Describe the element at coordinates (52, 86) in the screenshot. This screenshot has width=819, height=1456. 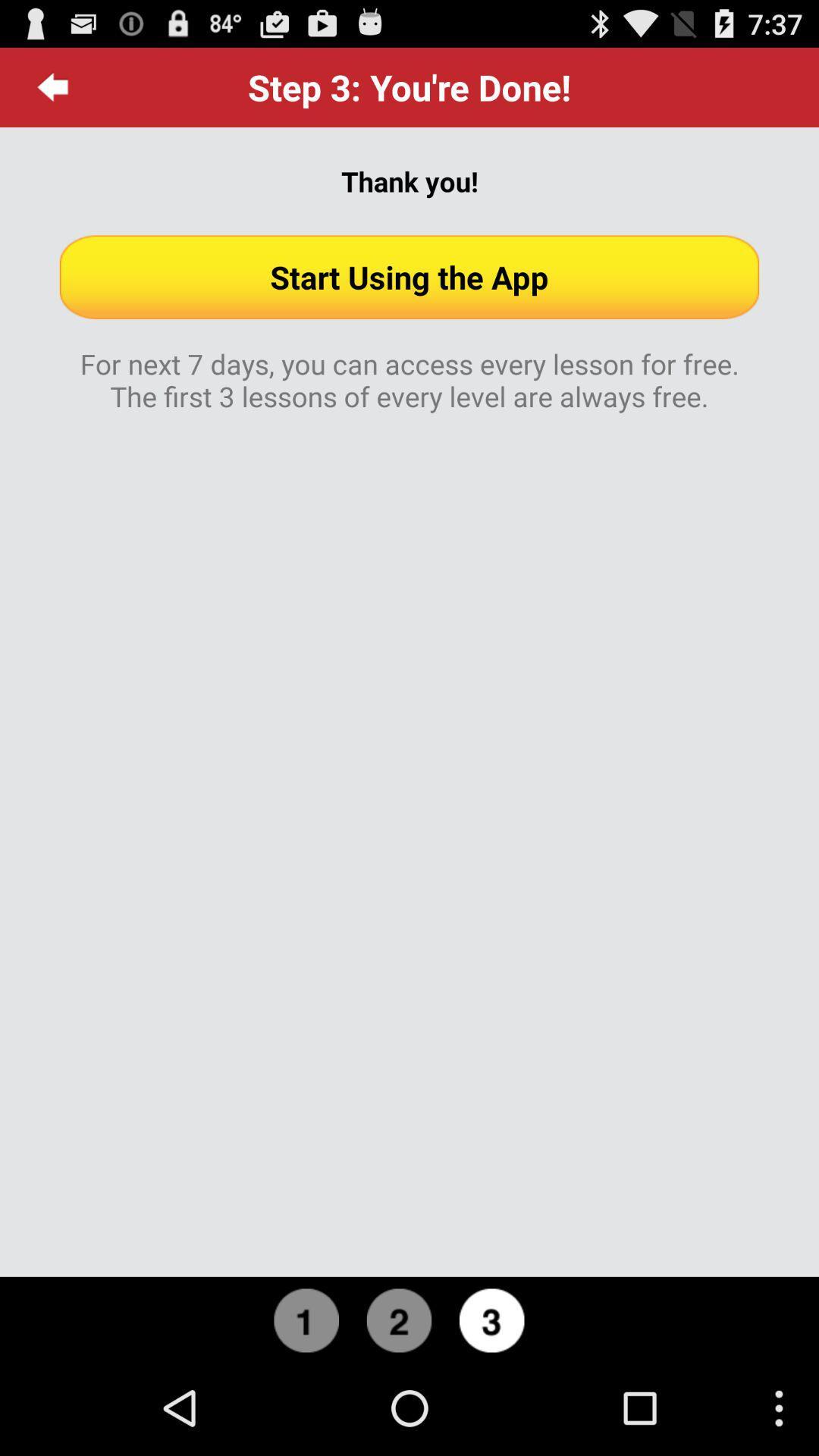
I see `the item to the left of the step 3 you icon` at that location.